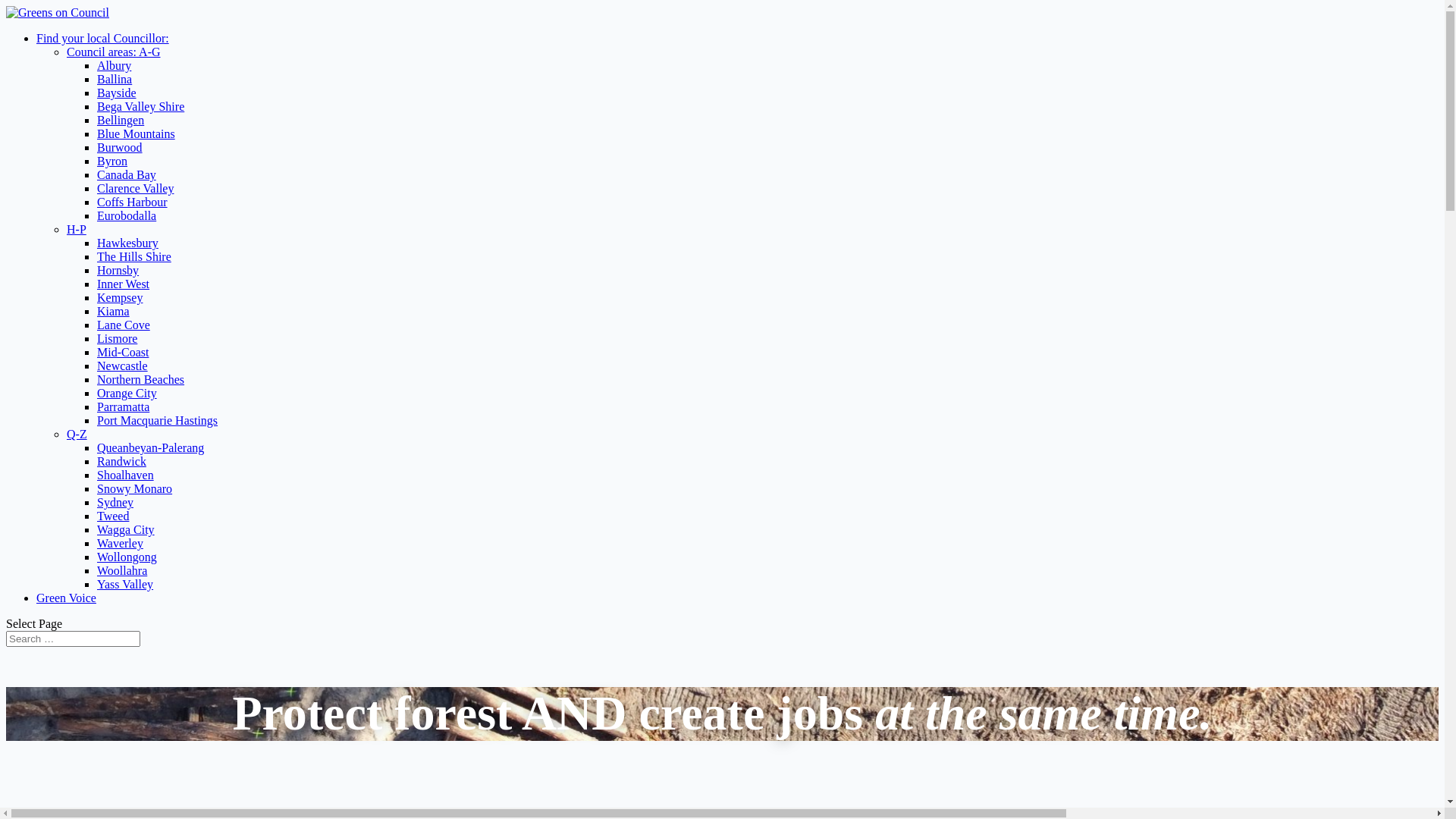  What do you see at coordinates (96, 392) in the screenshot?
I see `'Orange City'` at bounding box center [96, 392].